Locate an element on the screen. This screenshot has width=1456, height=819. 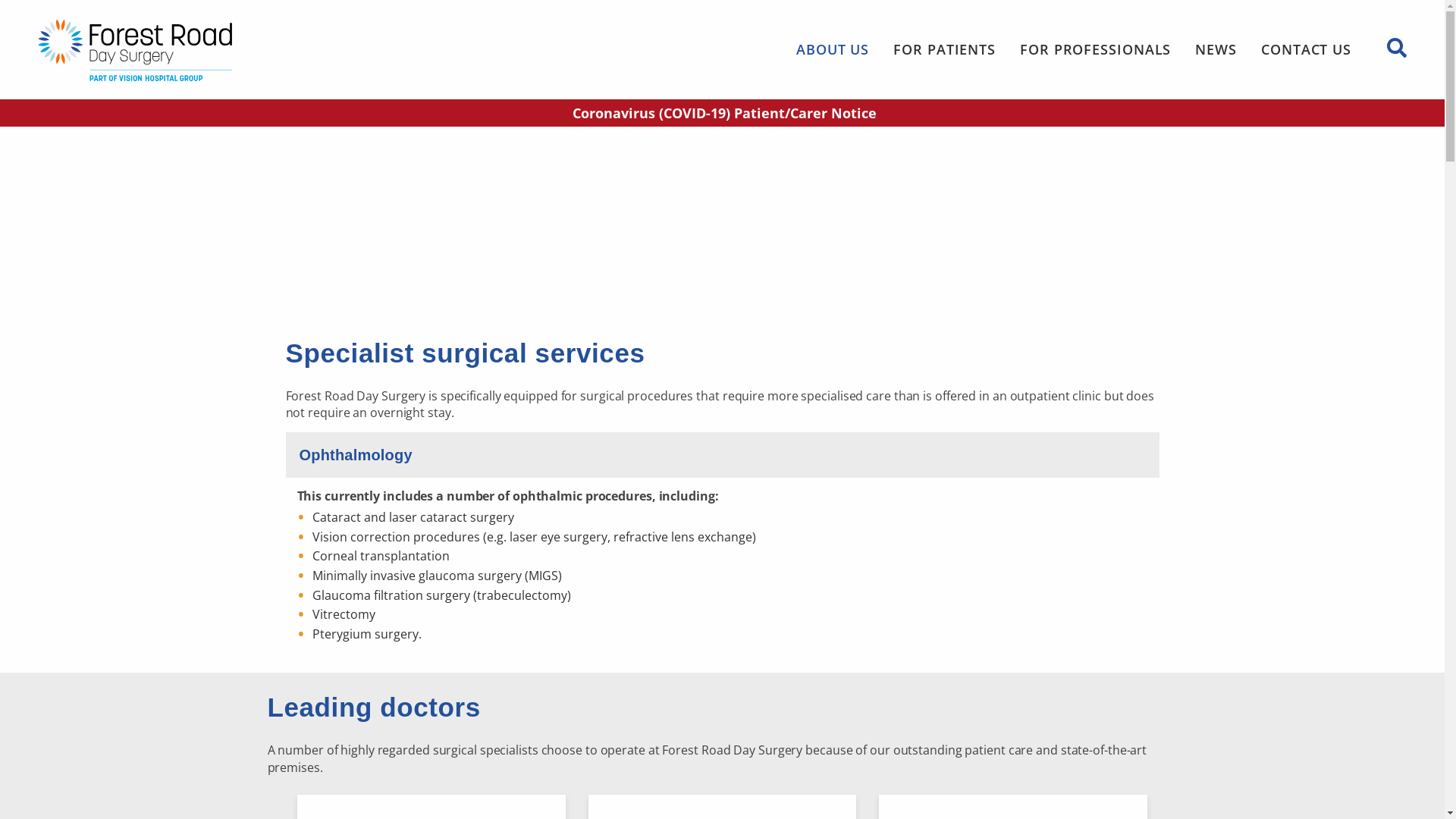
'CONTACT US' is located at coordinates (1305, 49).